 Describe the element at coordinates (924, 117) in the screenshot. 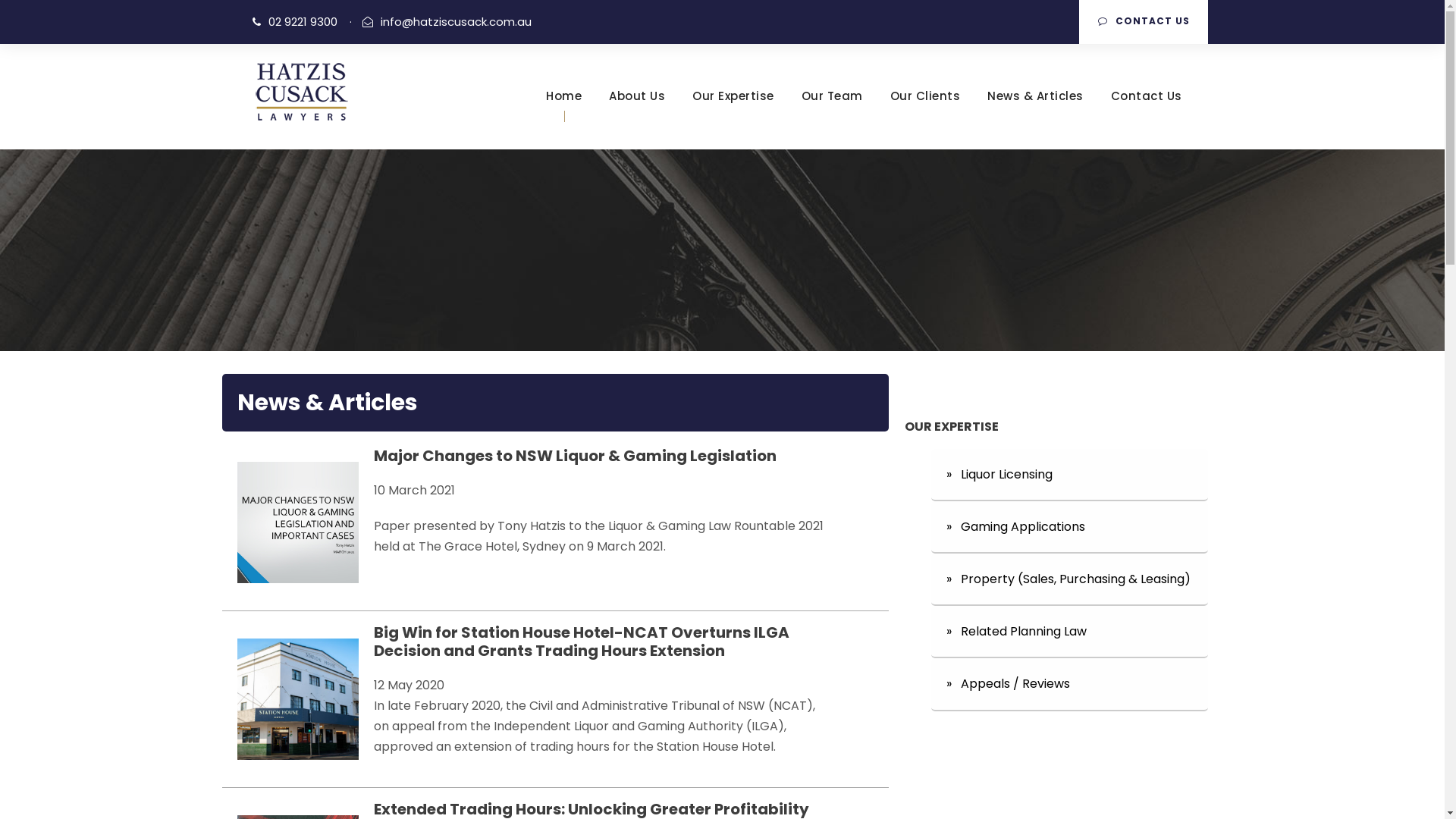

I see `'Our Clients'` at that location.